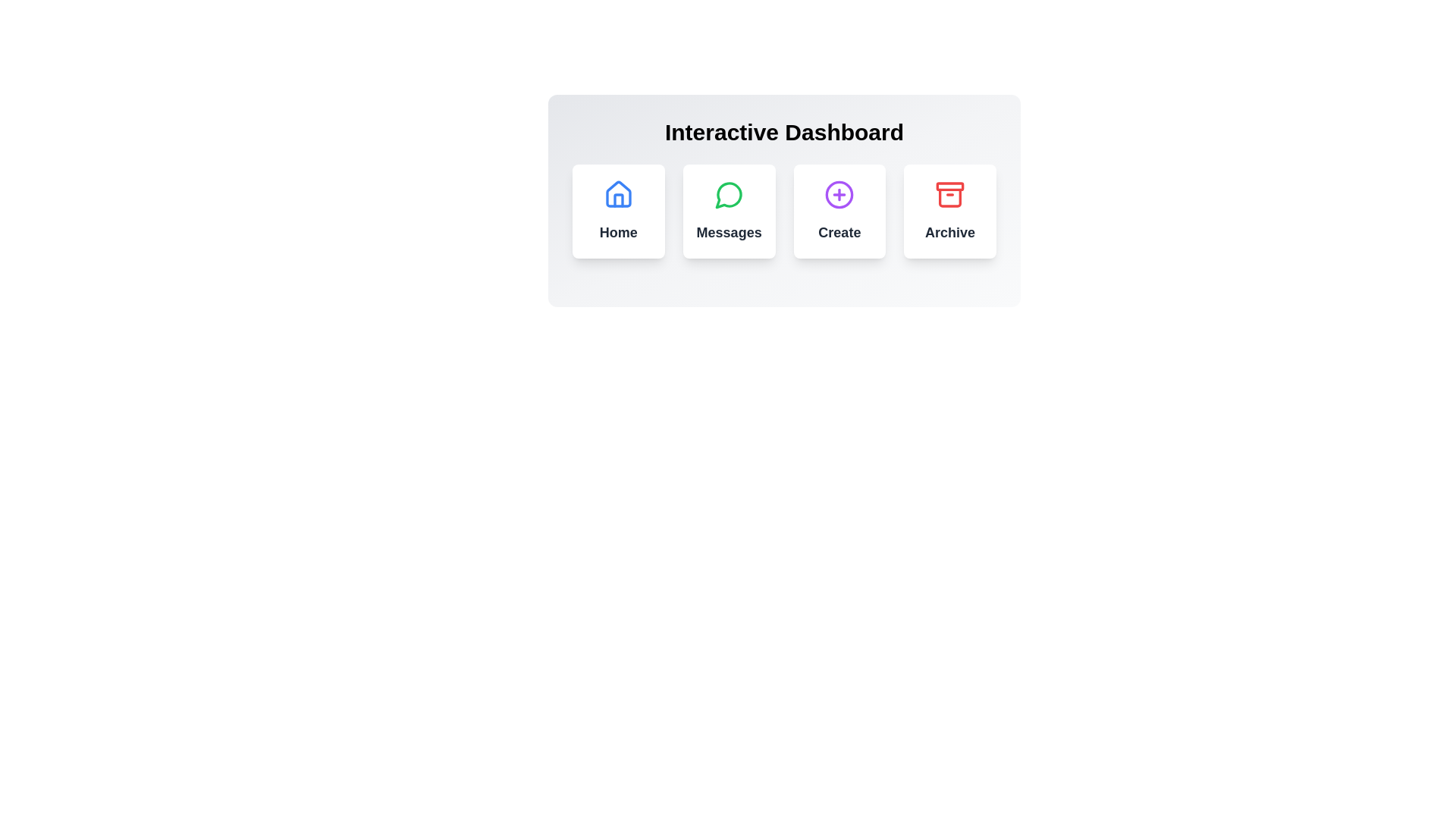 This screenshot has width=1456, height=819. Describe the element at coordinates (839, 211) in the screenshot. I see `the 'Create' button, which is a rectangular button with a white background, a rounded border, and a purple plus icon, to trigger hover effects` at that location.